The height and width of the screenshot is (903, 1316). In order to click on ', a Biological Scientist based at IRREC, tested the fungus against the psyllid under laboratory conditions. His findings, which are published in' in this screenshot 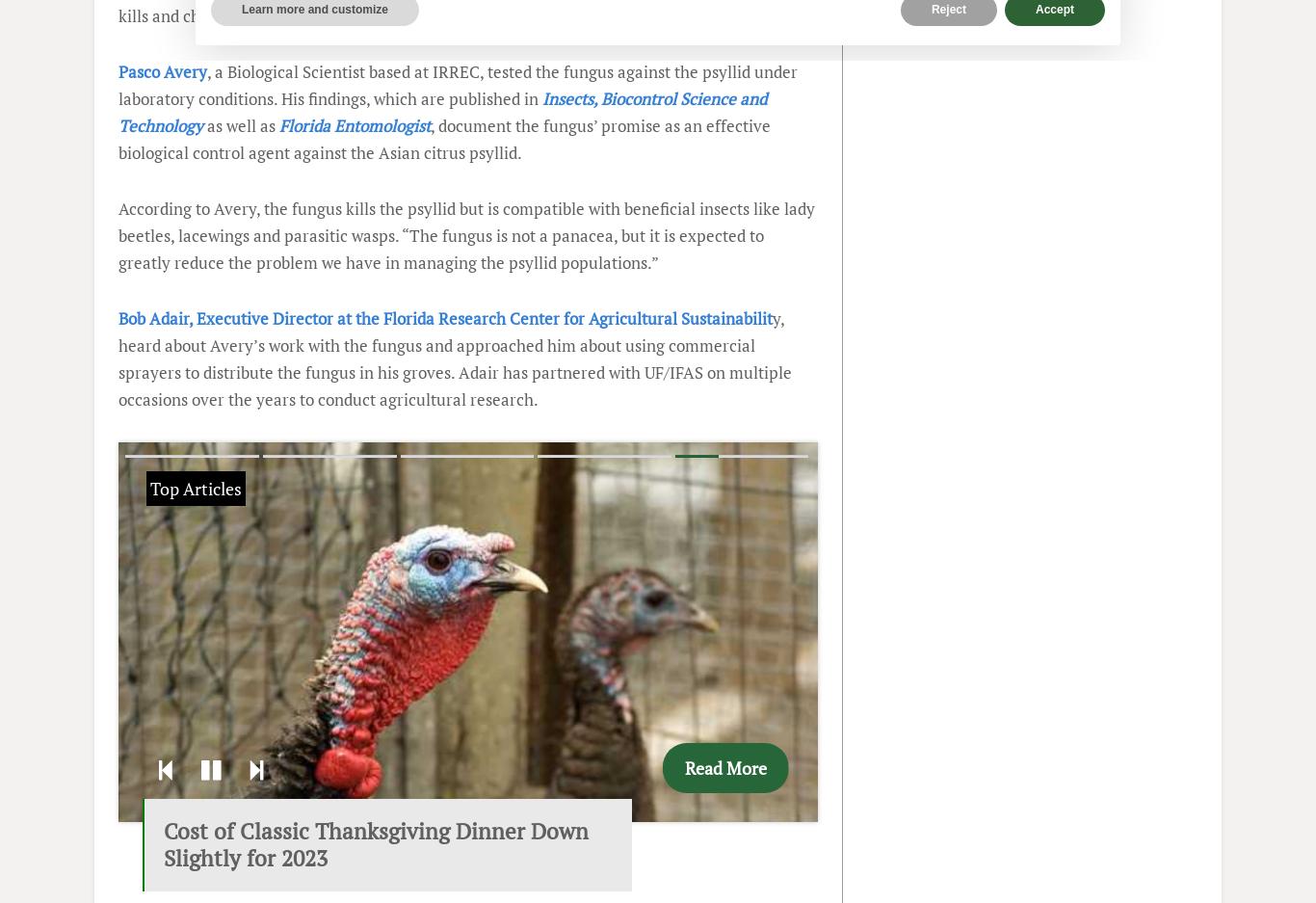, I will do `click(458, 84)`.